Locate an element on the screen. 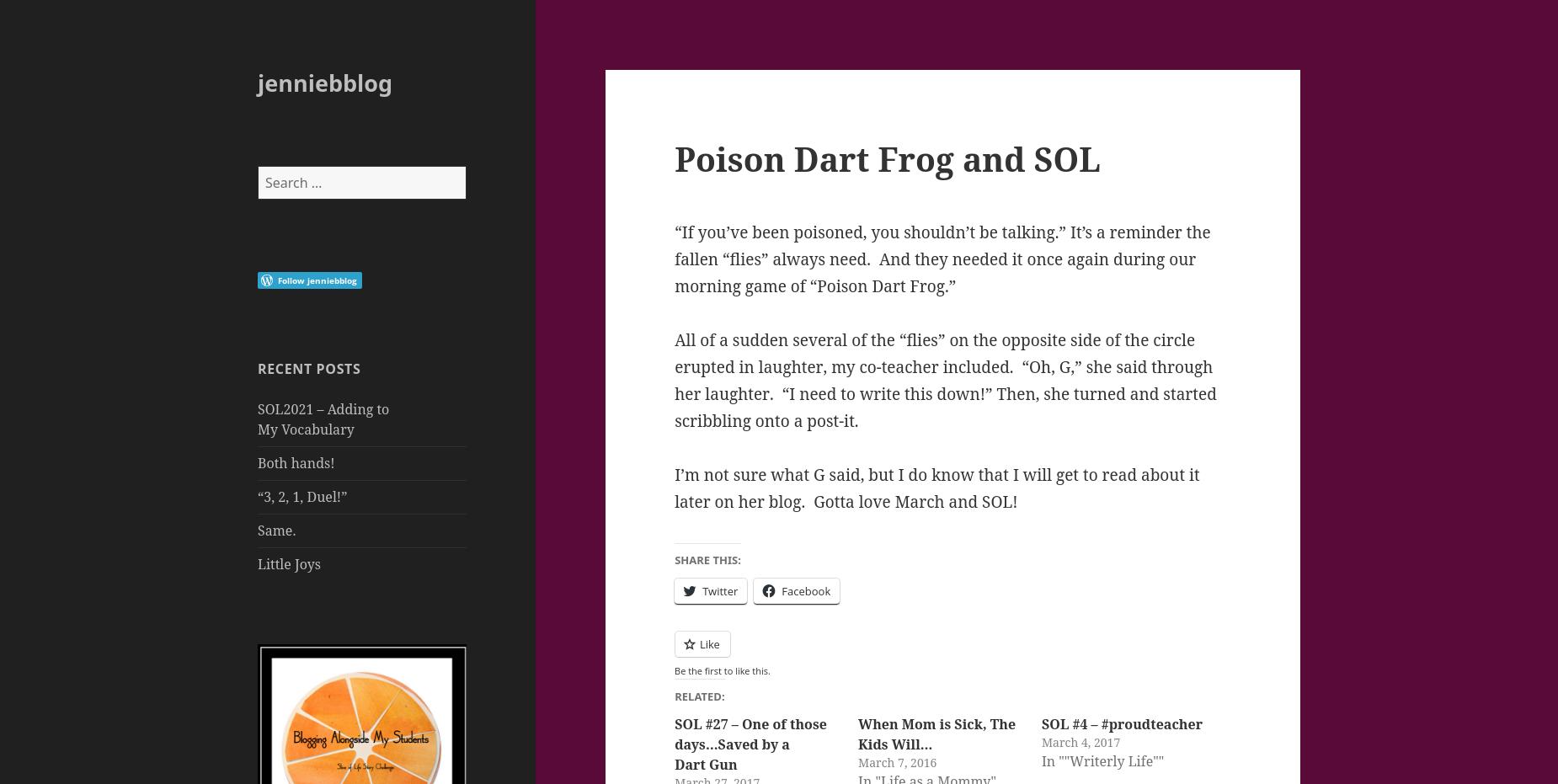 The image size is (1558, 784). 'All of a sudden several of the “flies” on the opposite side of the circle erupted in laughter, my co-teacher included.  “Oh, G,” she said through her laughter.  “I need to write this down!” Then, she turned and started scribbling onto a post-it.' is located at coordinates (944, 378).